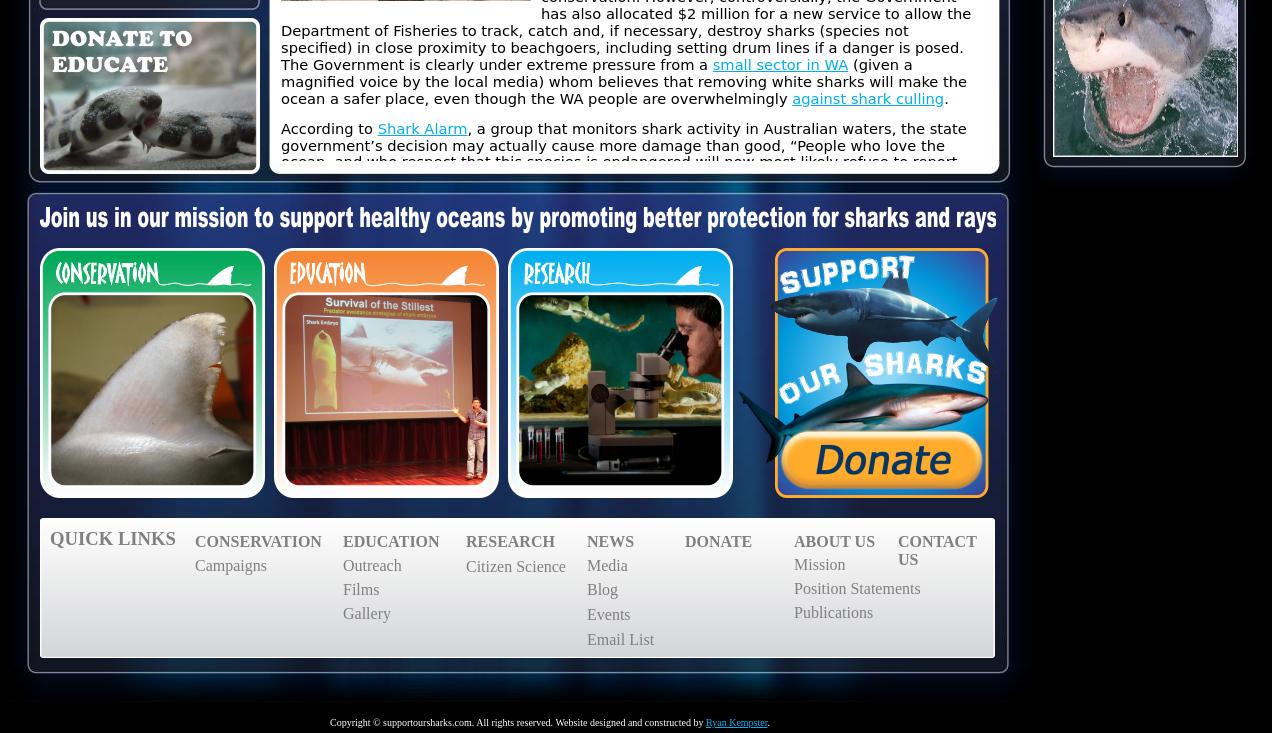 Image resolution: width=1272 pixels, height=733 pixels. Describe the element at coordinates (626, 242) in the screenshot. I see `'in an attempt to make the waters safer. From 1959 to 
			1976, the state of Hawaii culled 4,668 sharks including 554 tiger 
			sharks. No significant decrease in the rate of shark bites was 
			detected. Yet here we are 40 years on, again proposing the use of a 
			failed strategy. Pre-emptively killing sharks is simply an 
			appeasement tactic, one of emotion rather than of real science.'` at that location.